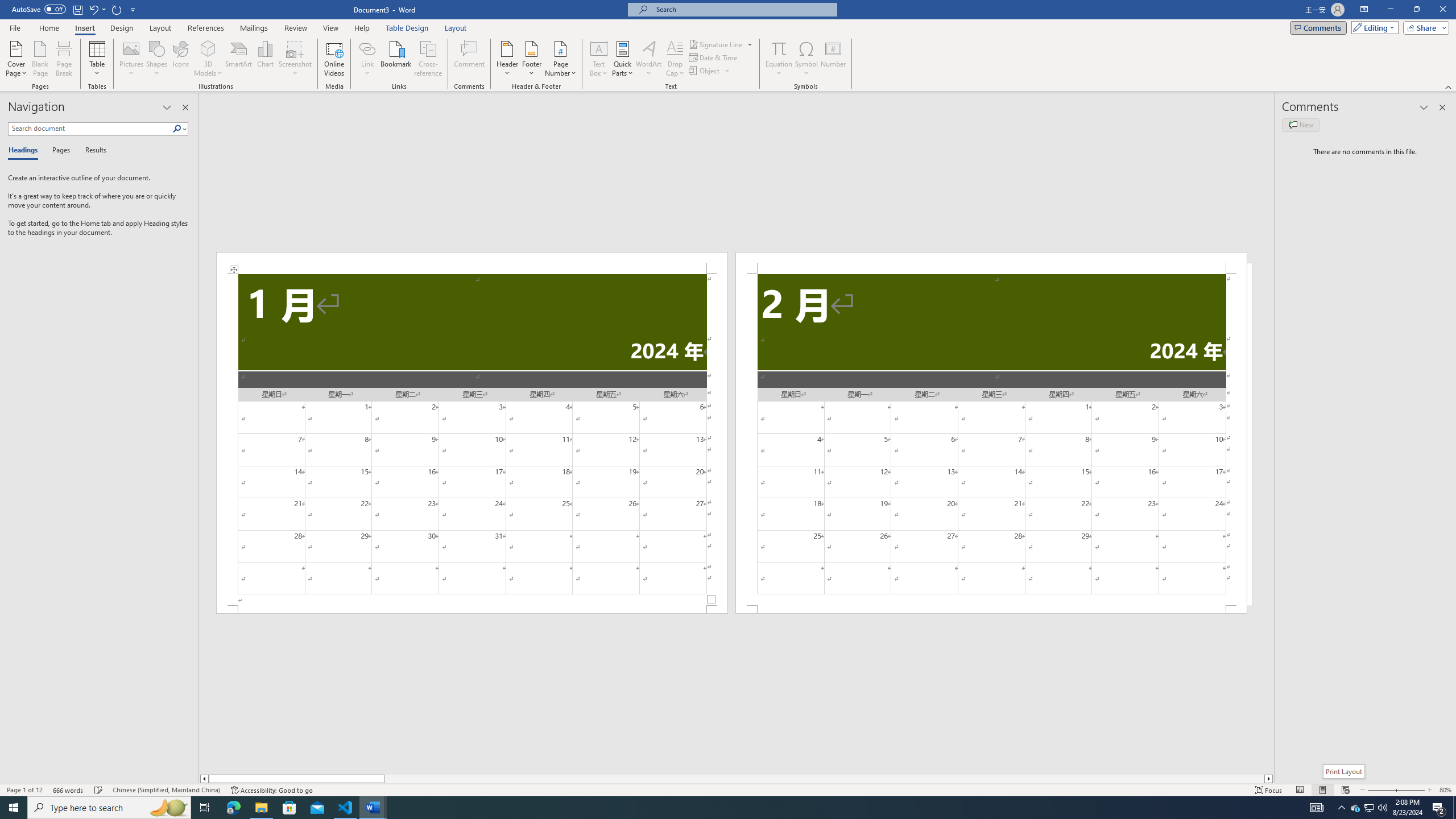  Describe the element at coordinates (675, 59) in the screenshot. I see `'Drop Cap'` at that location.